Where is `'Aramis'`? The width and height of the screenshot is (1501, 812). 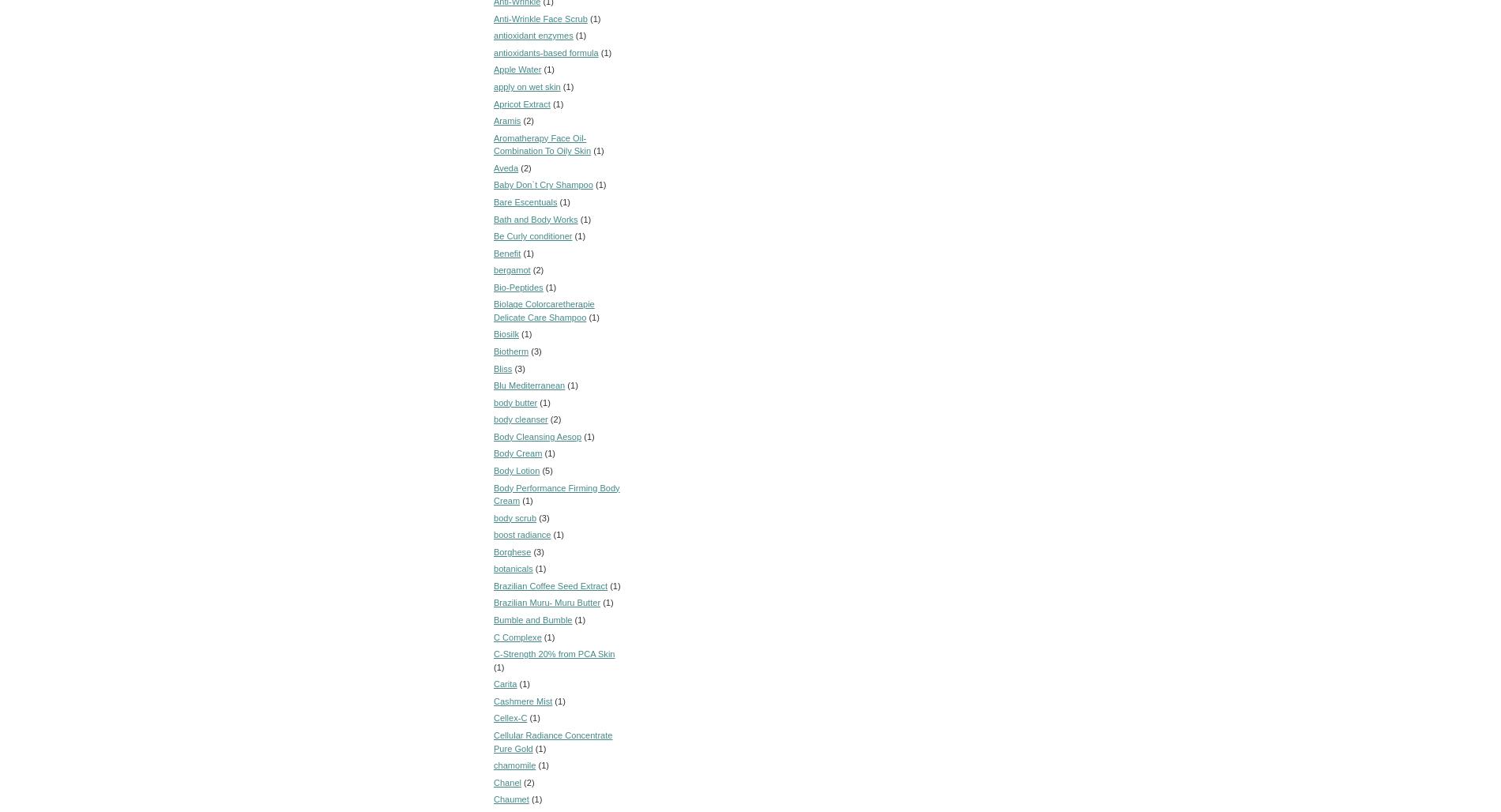 'Aramis' is located at coordinates (507, 120).